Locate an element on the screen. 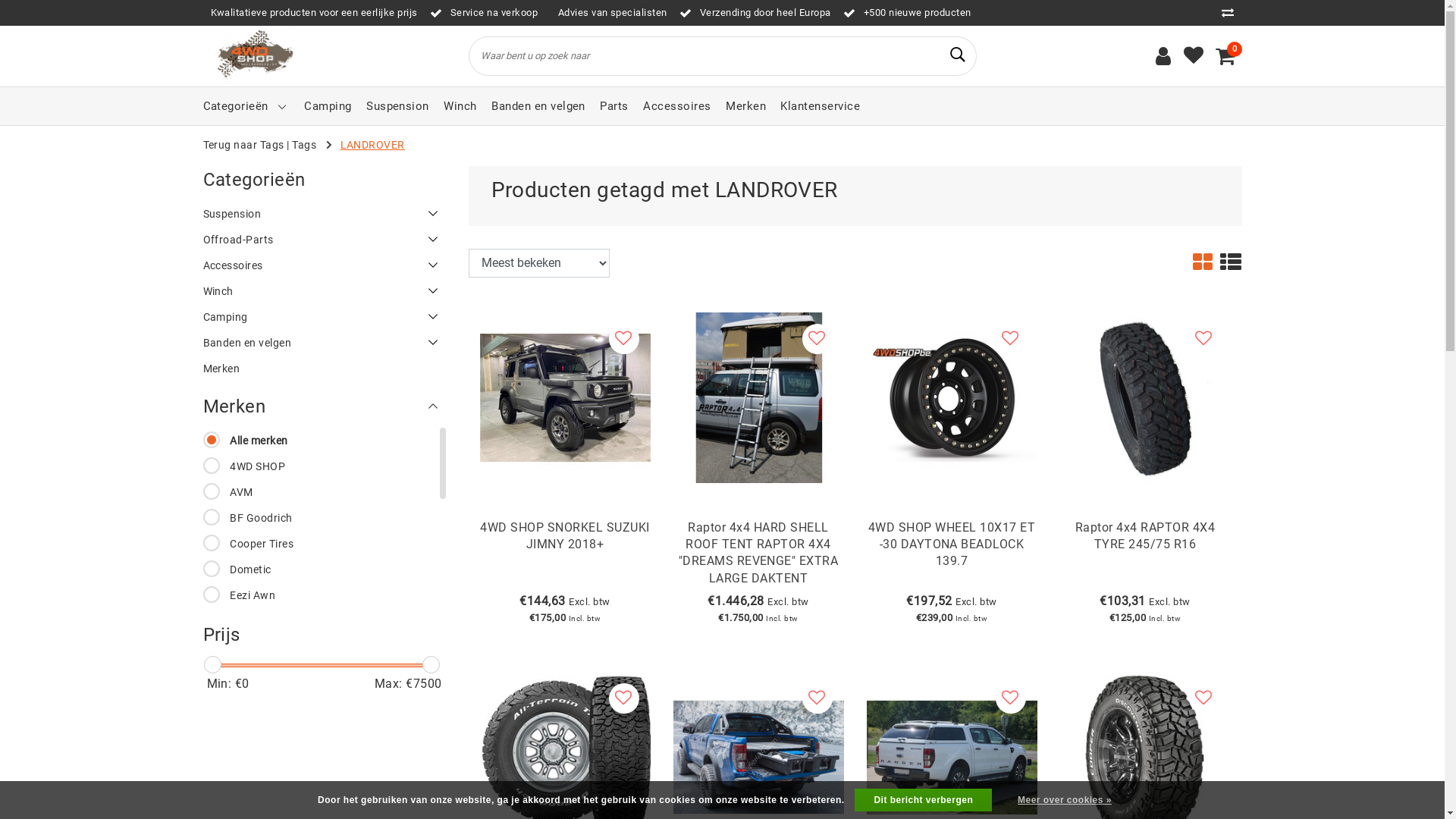  'Verlanglijst' is located at coordinates (1182, 55).